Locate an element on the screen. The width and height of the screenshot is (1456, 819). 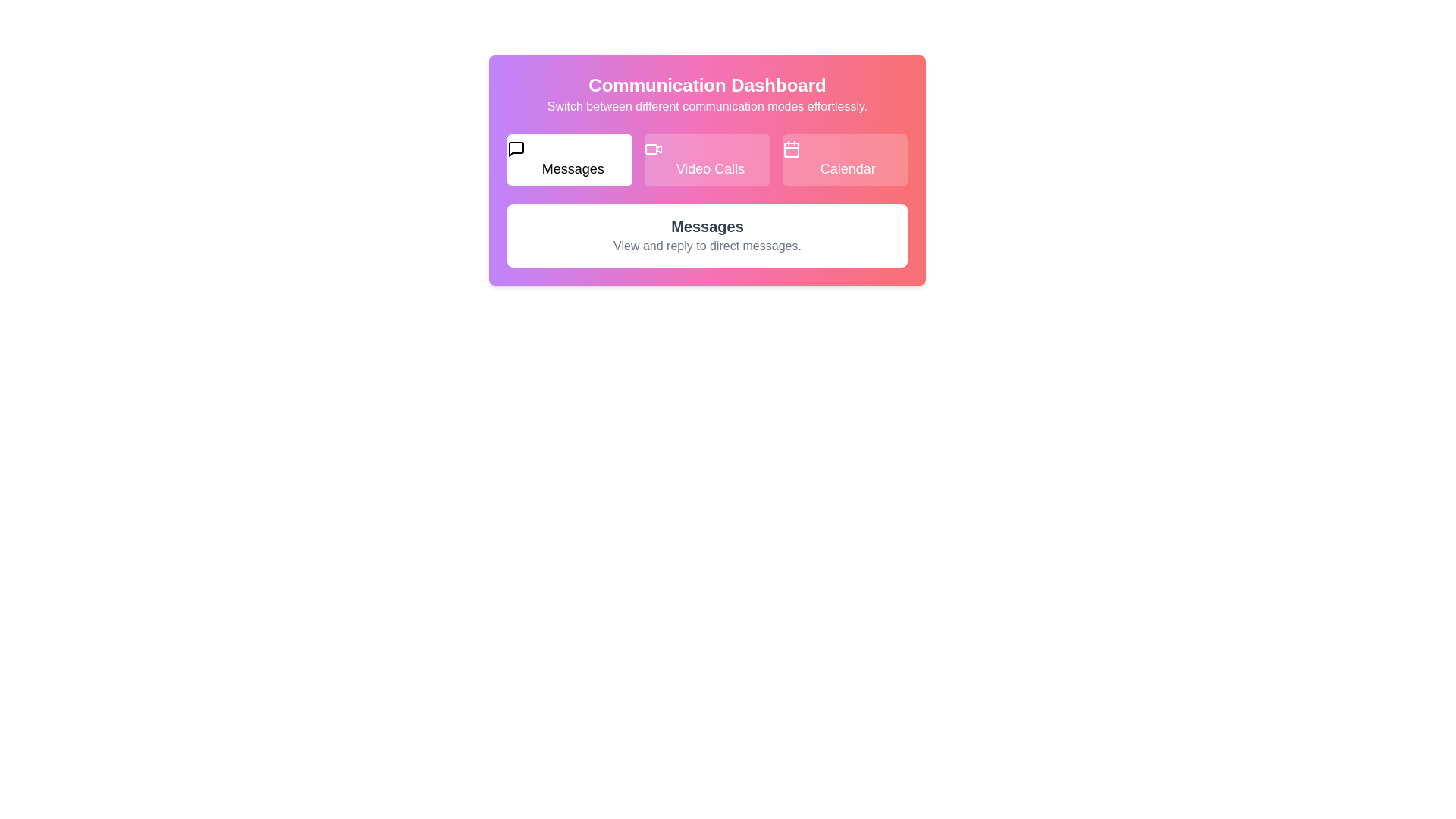
the Video Calls tab to explore its content is located at coordinates (706, 160).